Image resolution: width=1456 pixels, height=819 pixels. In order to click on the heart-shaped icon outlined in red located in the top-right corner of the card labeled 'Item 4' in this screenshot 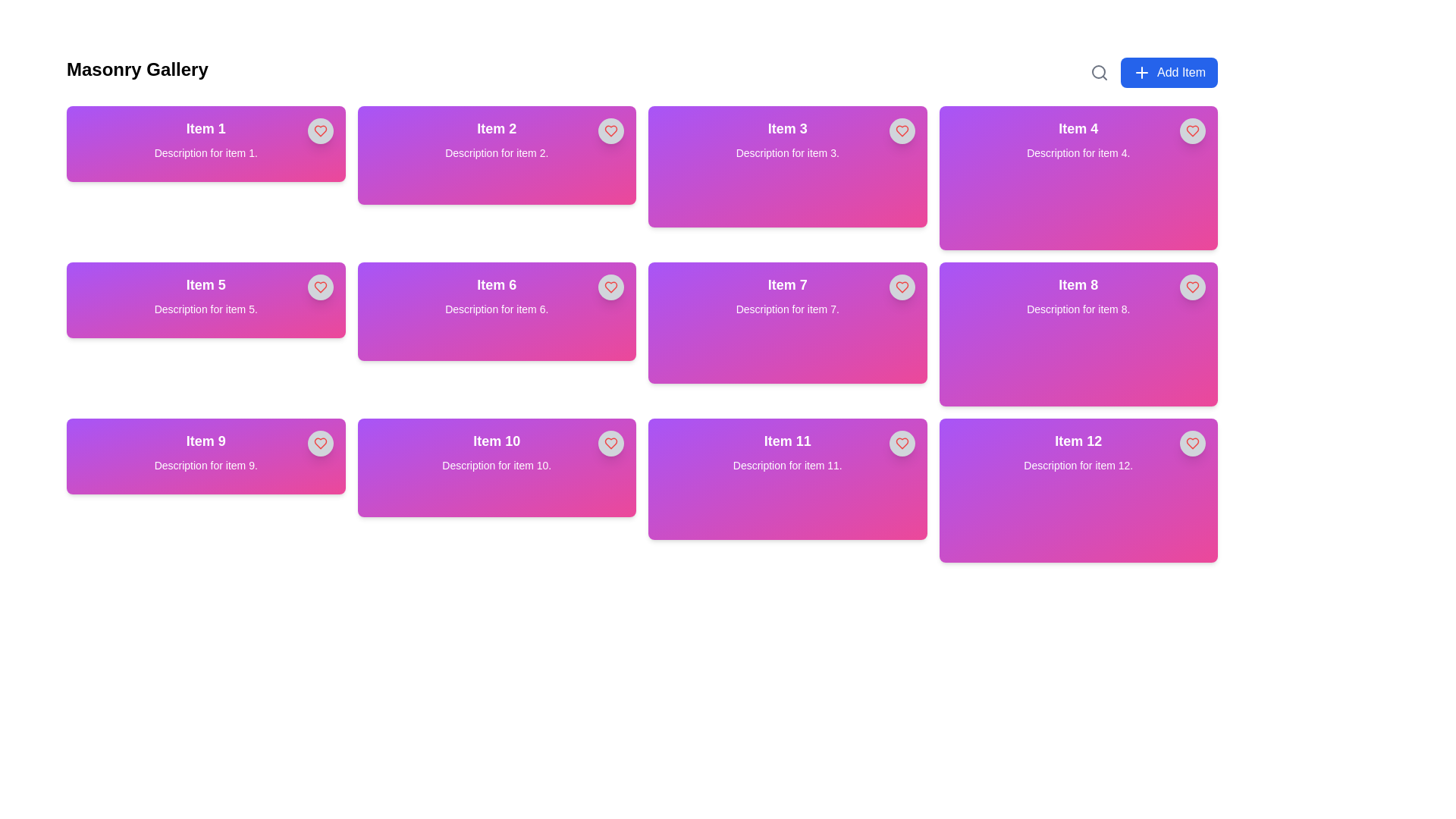, I will do `click(1192, 130)`.